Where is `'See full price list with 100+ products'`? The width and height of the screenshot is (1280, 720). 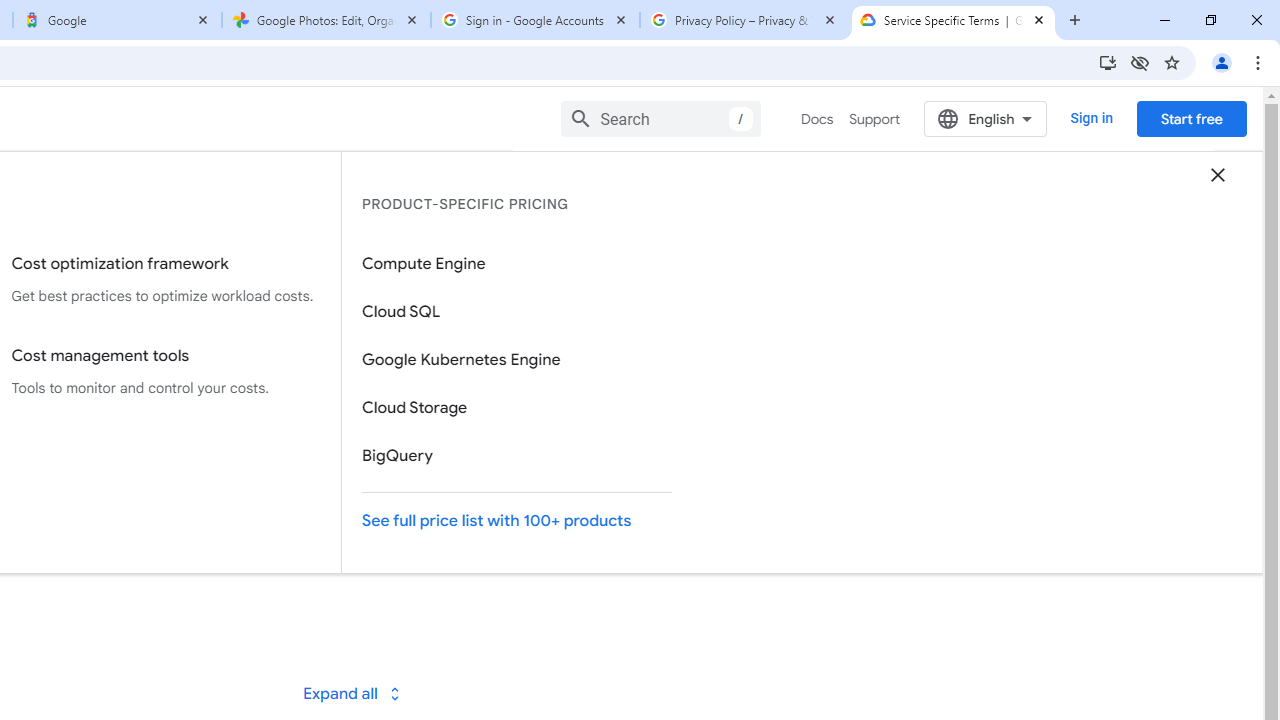 'See full price list with 100+ products' is located at coordinates (517, 519).